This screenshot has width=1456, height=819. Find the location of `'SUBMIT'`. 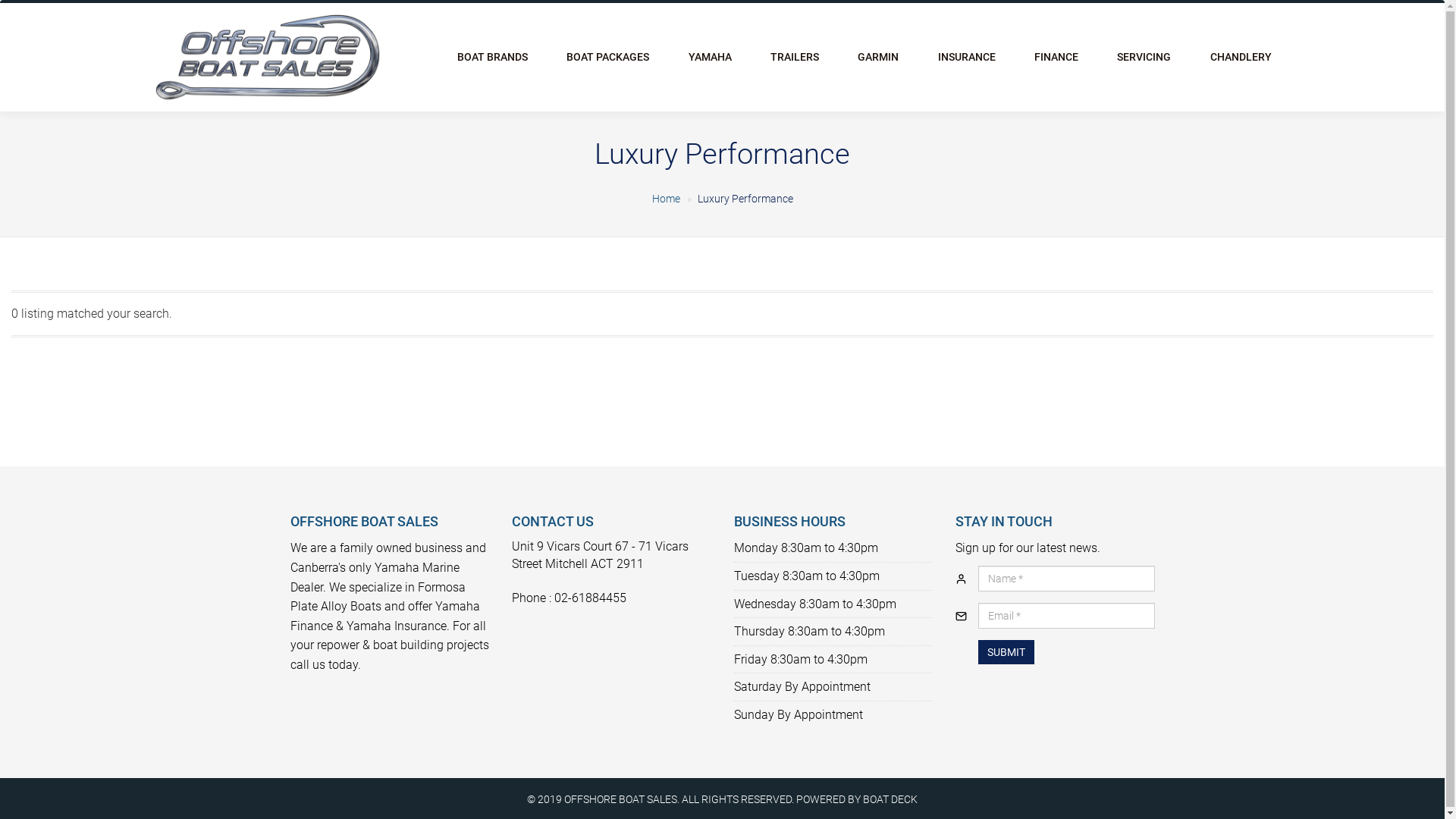

'SUBMIT' is located at coordinates (1006, 651).